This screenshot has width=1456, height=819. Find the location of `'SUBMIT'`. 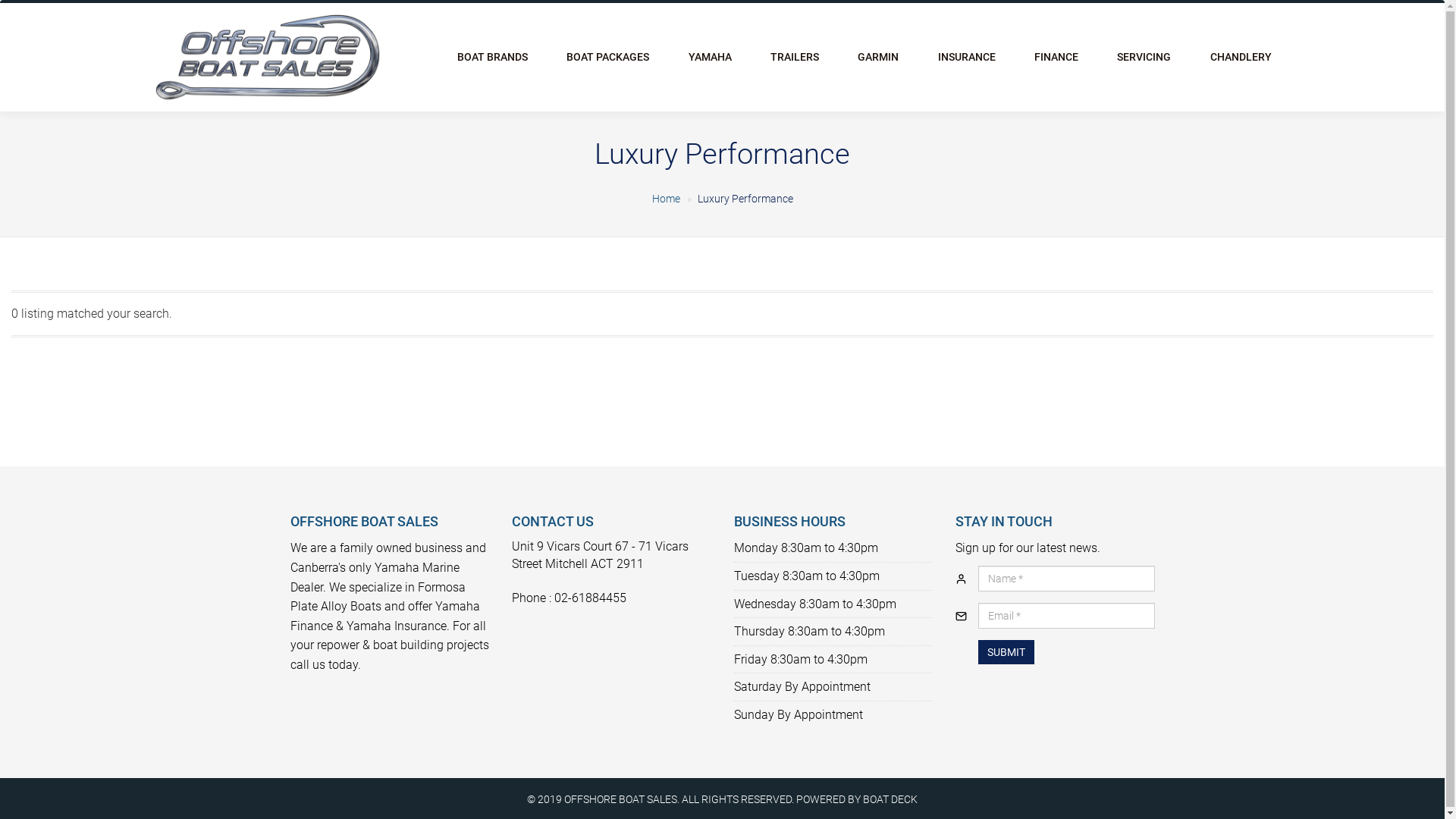

'SUBMIT' is located at coordinates (1006, 651).